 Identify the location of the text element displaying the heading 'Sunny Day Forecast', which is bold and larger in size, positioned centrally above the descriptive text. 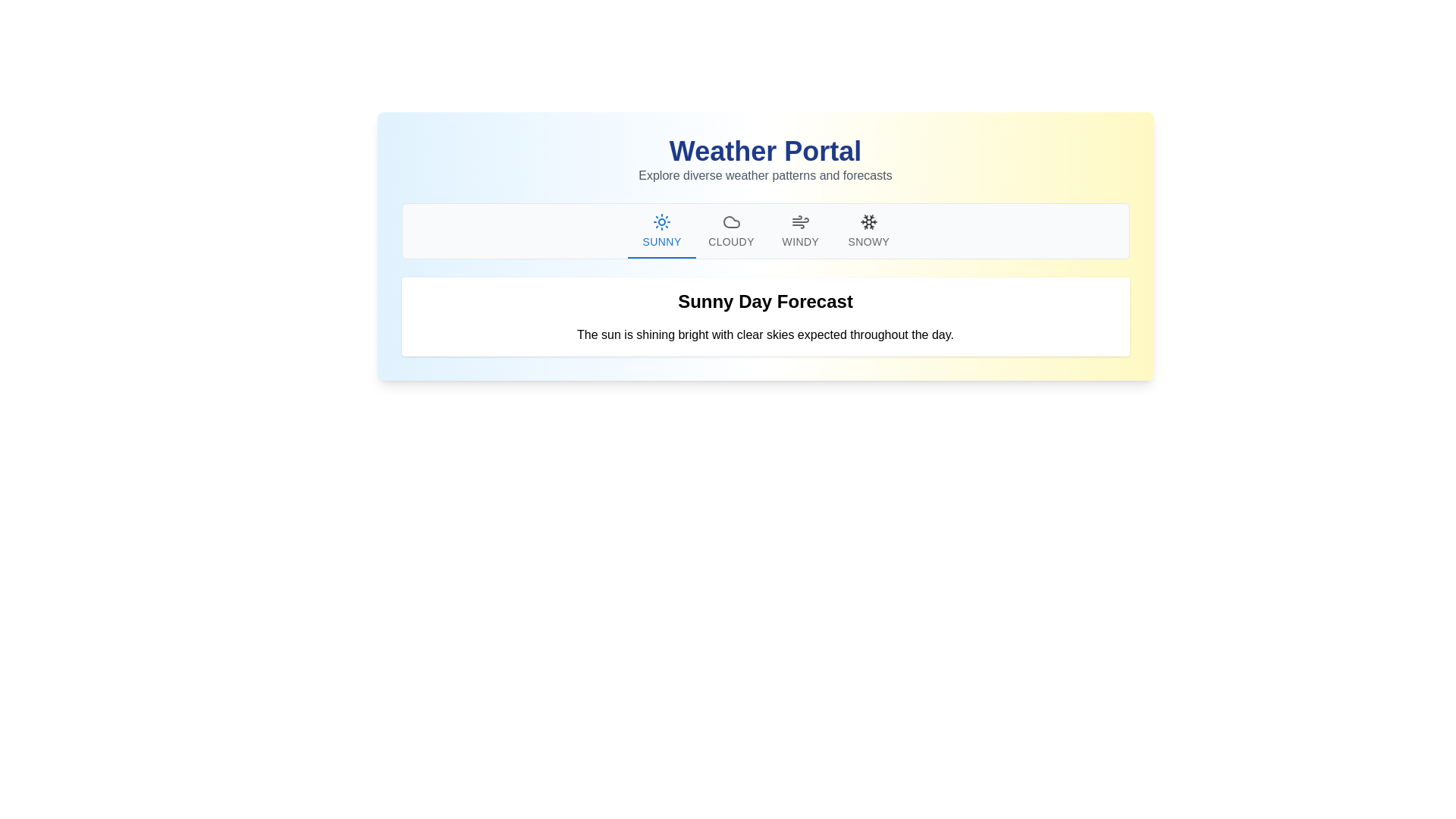
(765, 301).